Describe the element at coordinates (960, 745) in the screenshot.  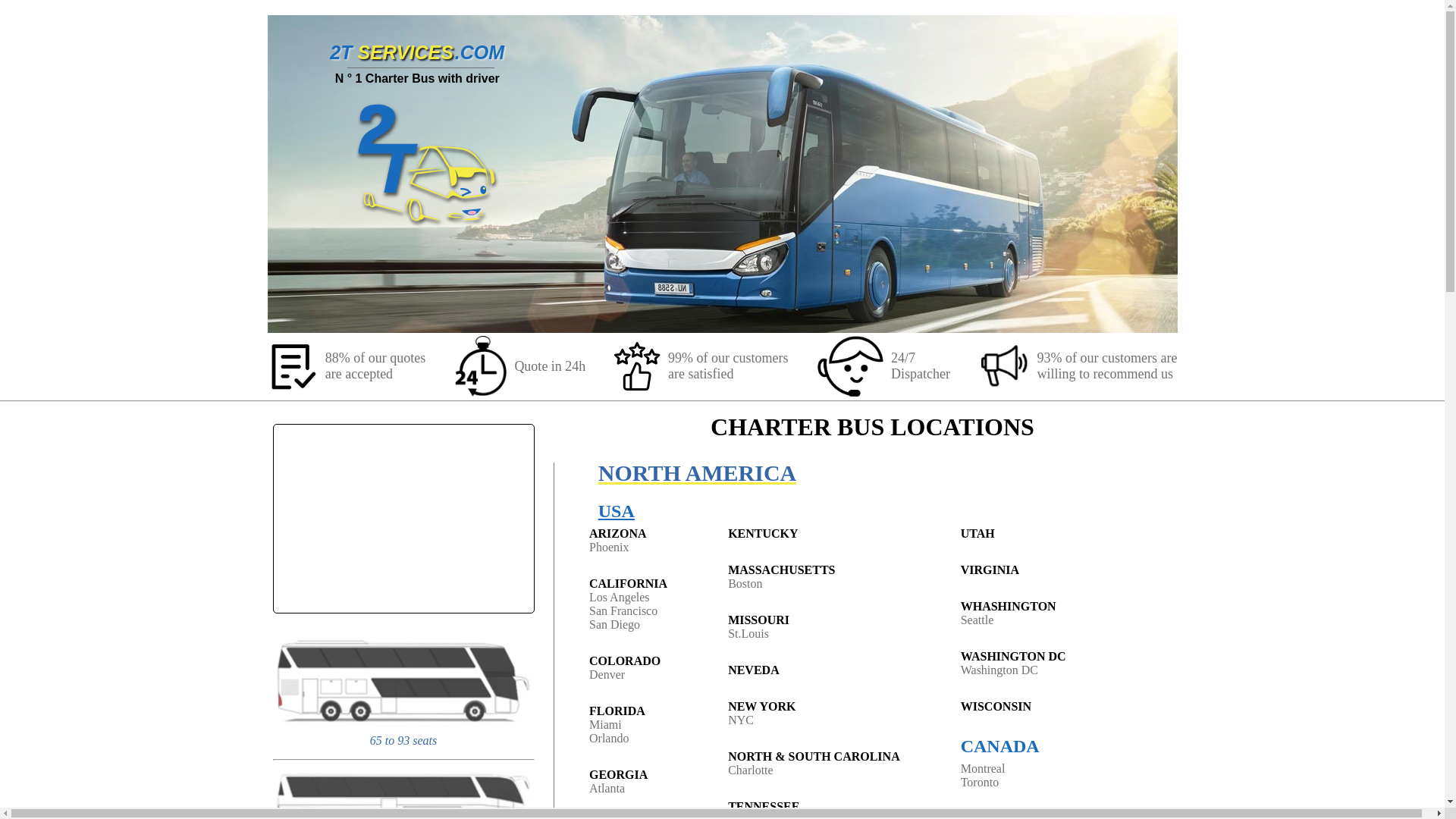
I see `'CANADA'` at that location.